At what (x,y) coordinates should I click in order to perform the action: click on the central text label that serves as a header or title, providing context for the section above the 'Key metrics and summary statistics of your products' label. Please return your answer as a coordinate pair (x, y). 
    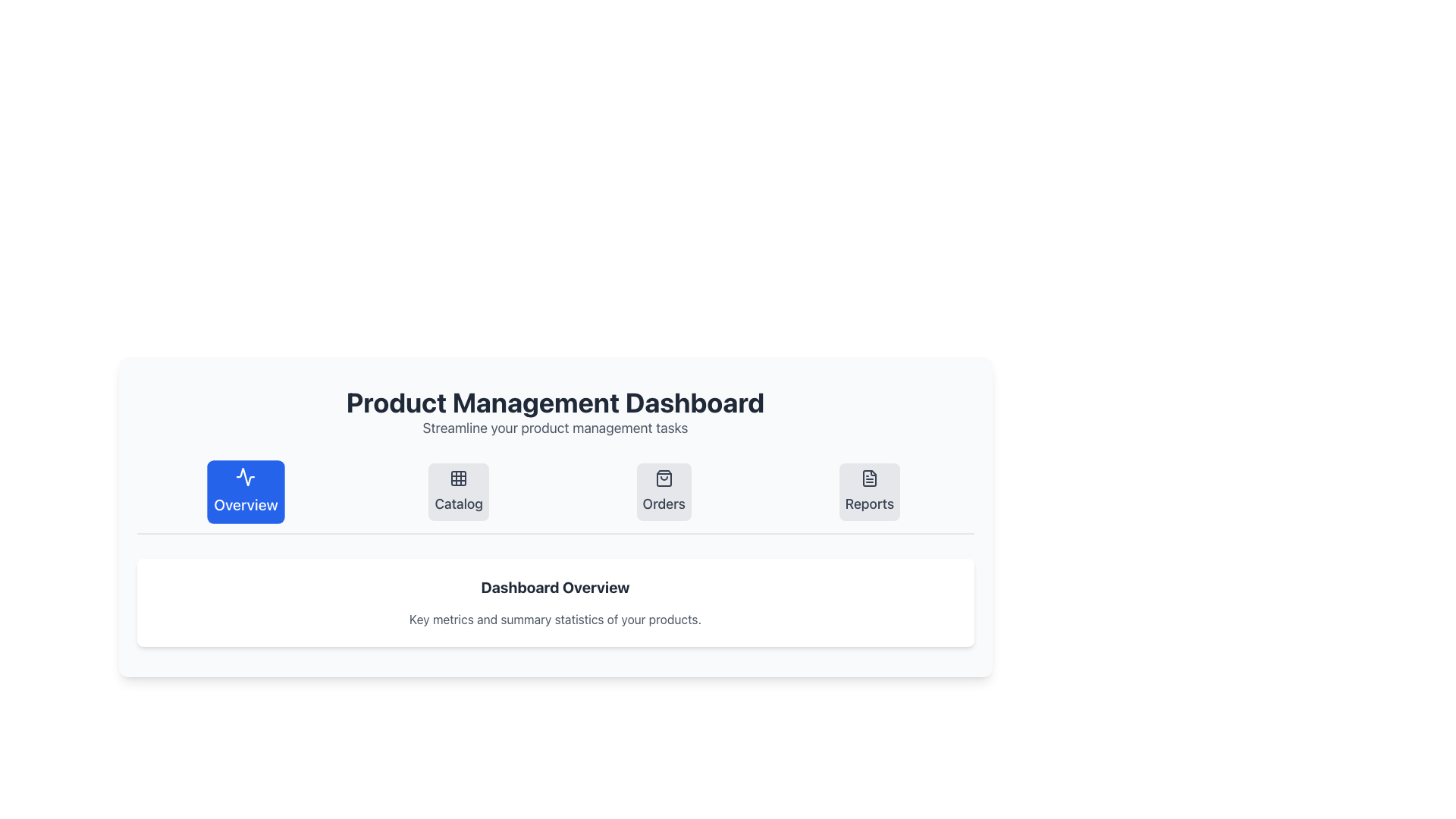
    Looking at the image, I should click on (554, 587).